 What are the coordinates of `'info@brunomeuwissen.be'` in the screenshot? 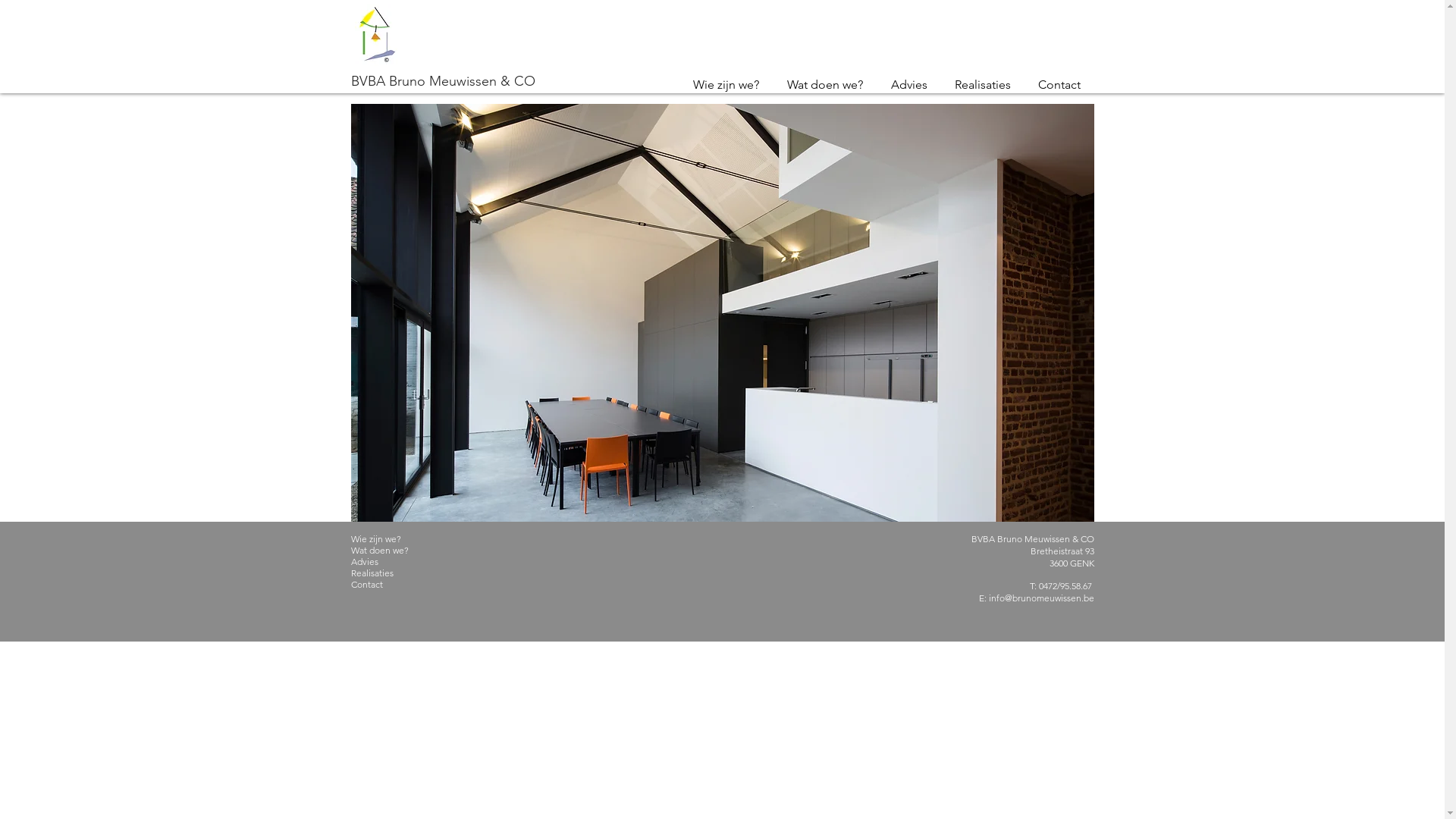 It's located at (1040, 597).